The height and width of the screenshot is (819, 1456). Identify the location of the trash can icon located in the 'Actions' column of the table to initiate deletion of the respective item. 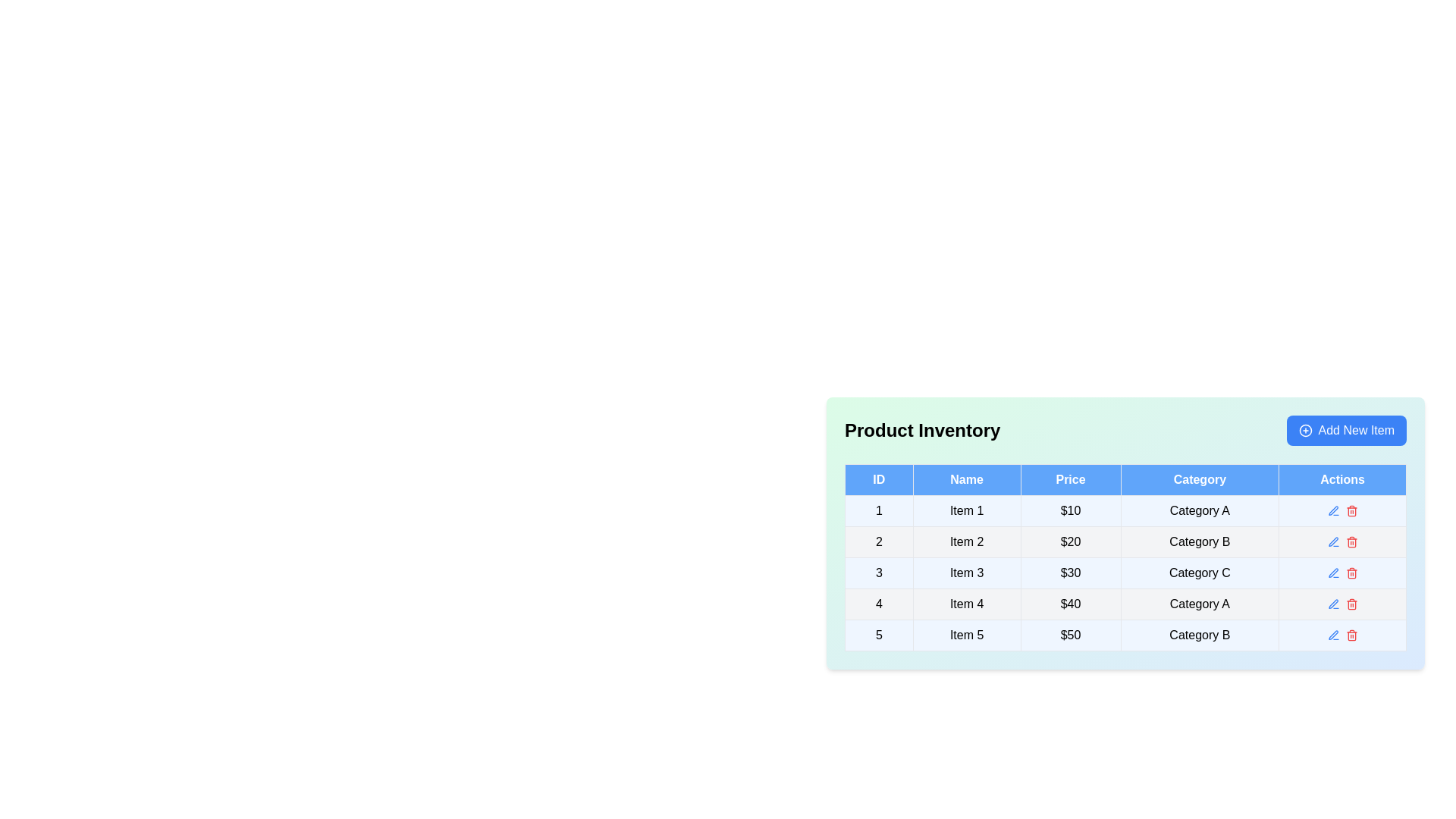
(1351, 604).